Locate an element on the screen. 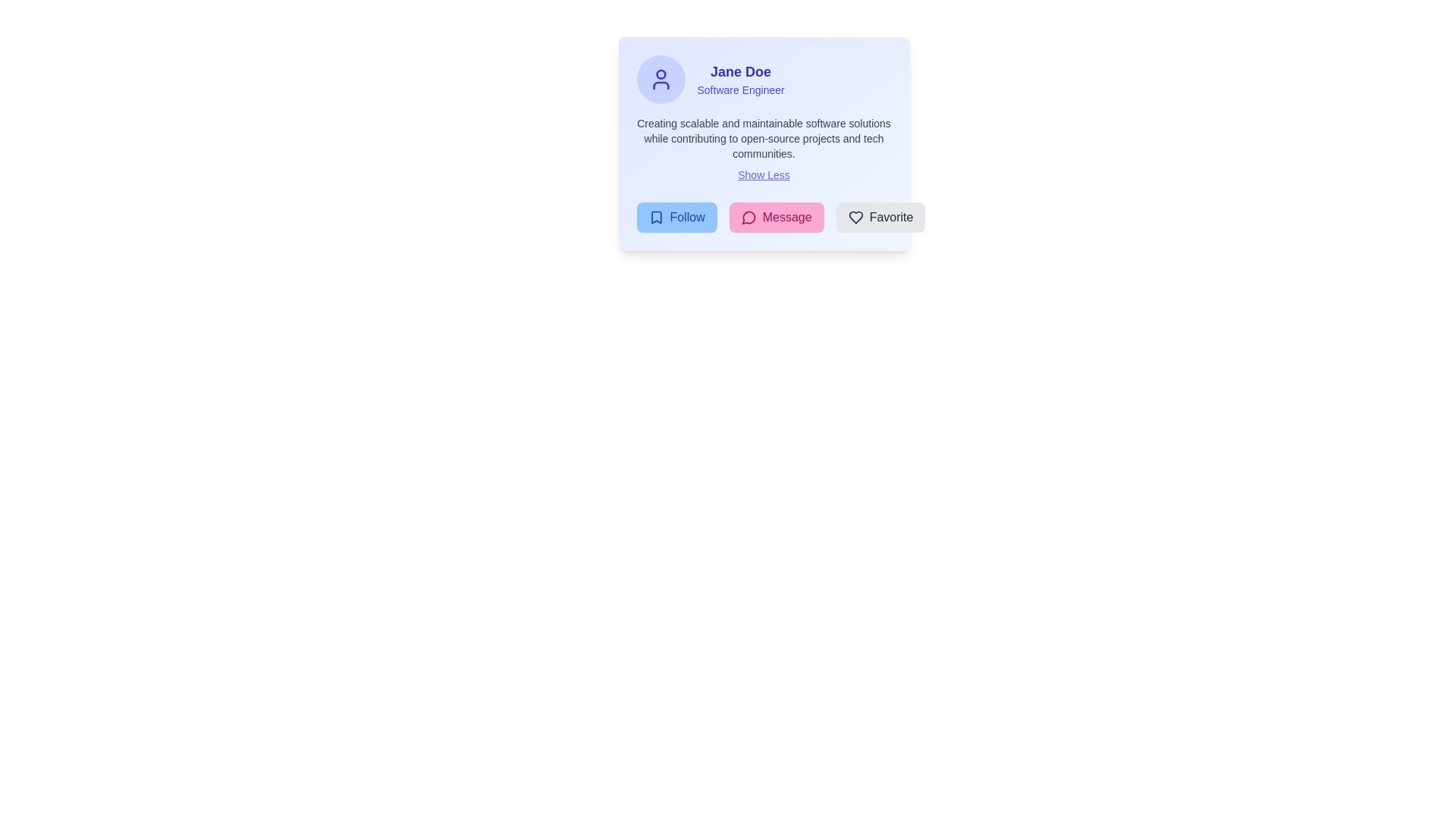 The image size is (1456, 819). the heart-shaped icon within the 'Favorite' button located in the bottom right corner of the user profile card is located at coordinates (855, 217).